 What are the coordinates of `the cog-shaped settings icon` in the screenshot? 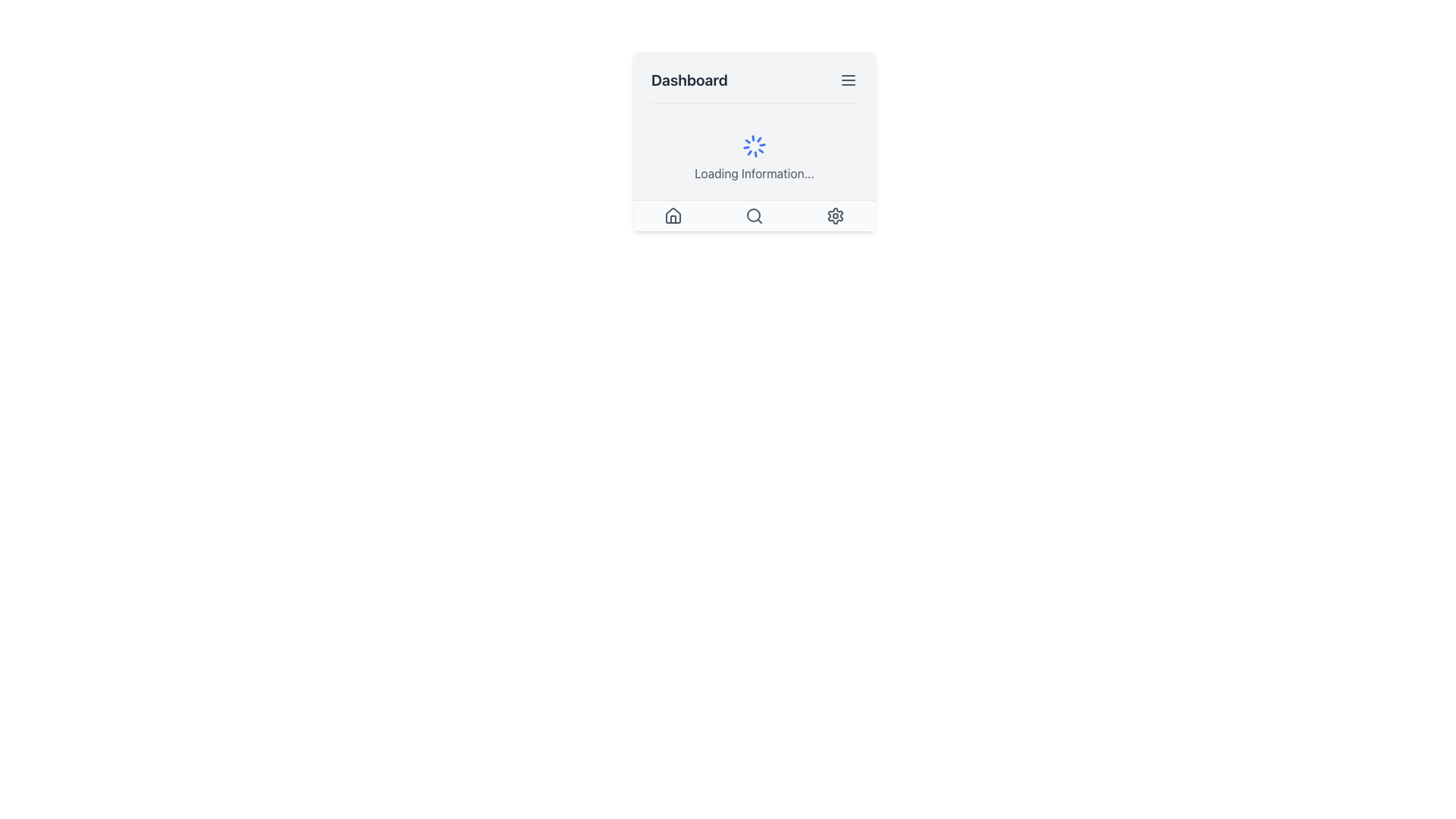 It's located at (834, 216).